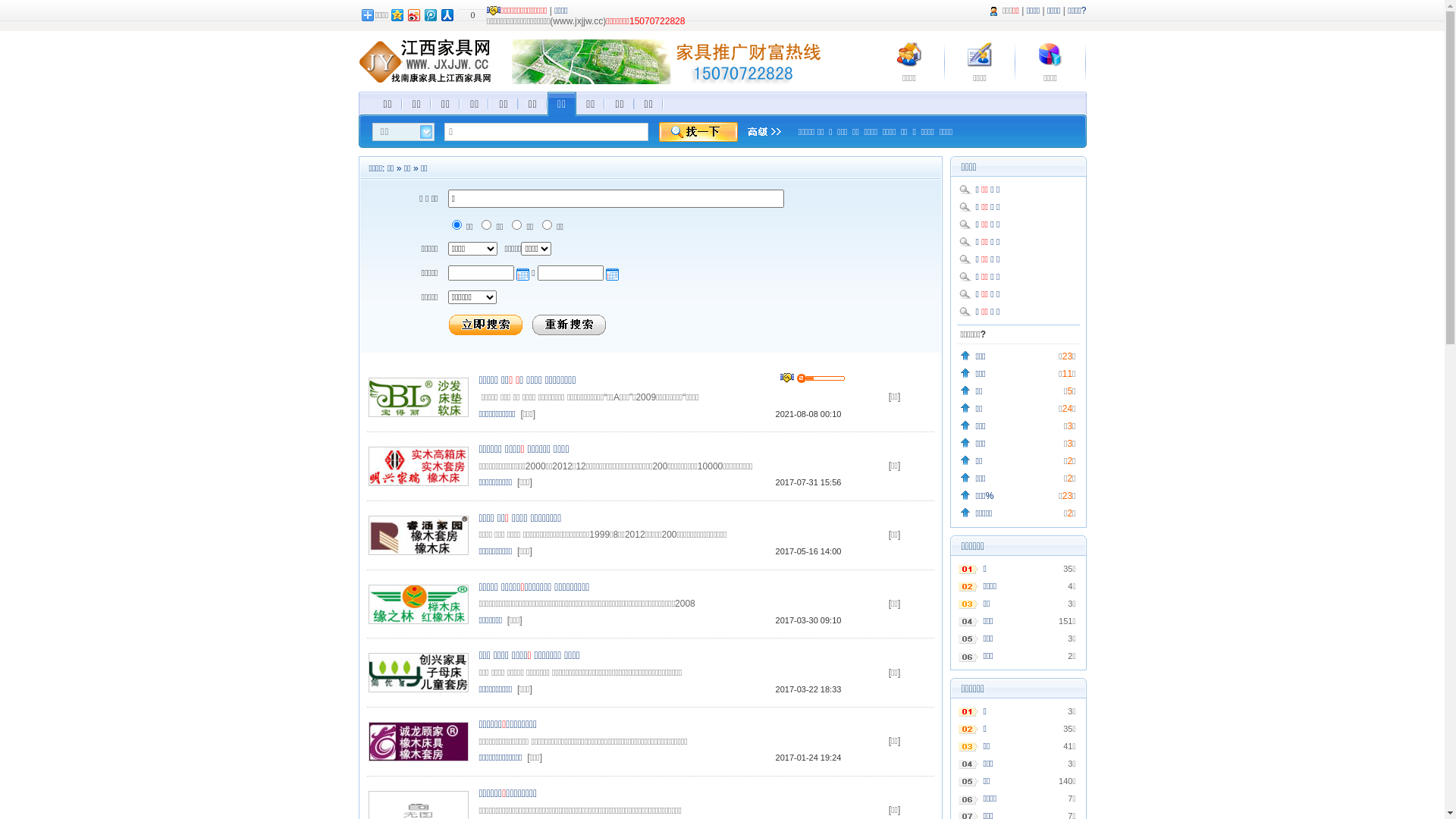  Describe the element at coordinates (469, 14) in the screenshot. I see `'0'` at that location.